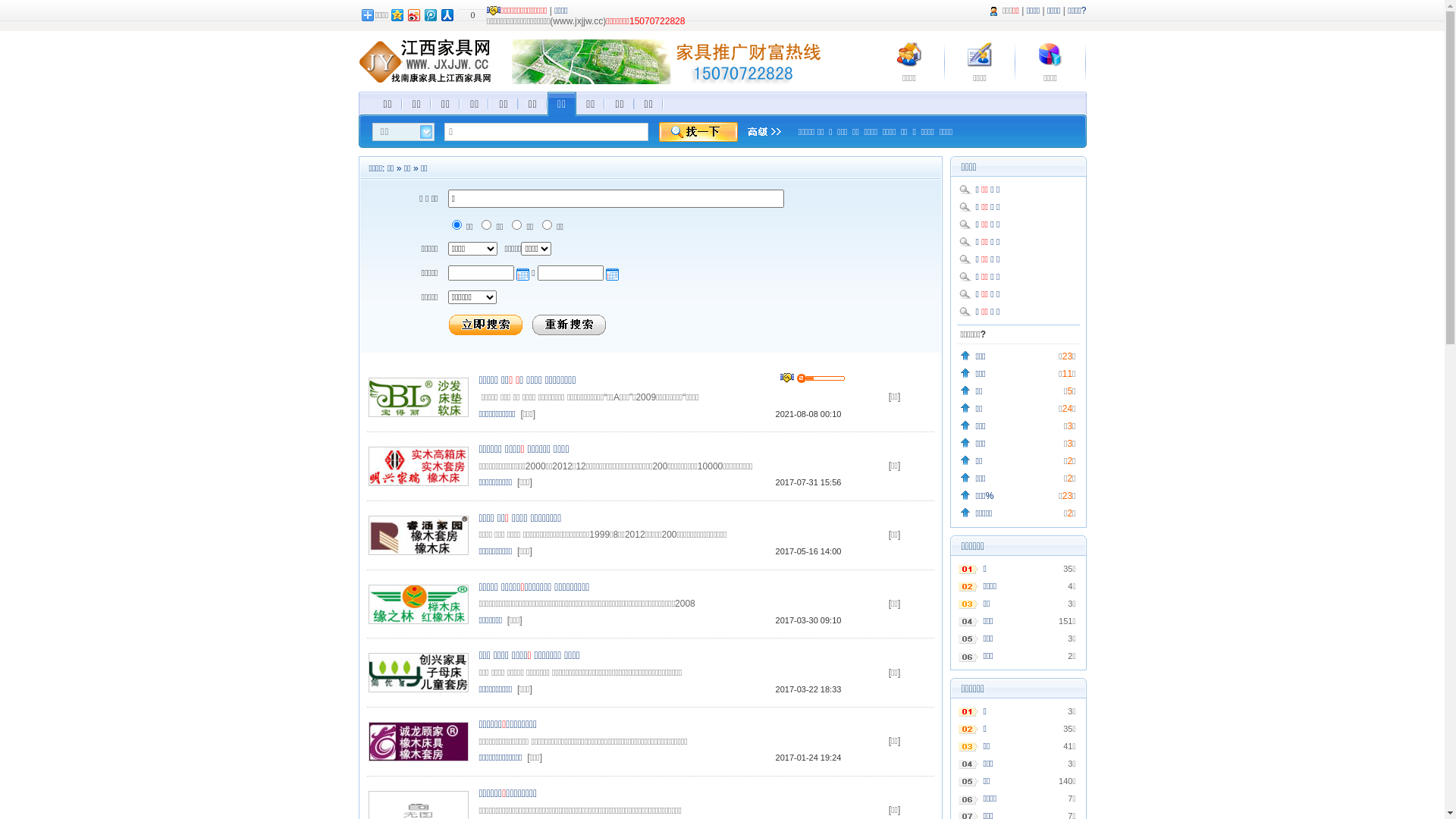  Describe the element at coordinates (469, 14) in the screenshot. I see `'0'` at that location.